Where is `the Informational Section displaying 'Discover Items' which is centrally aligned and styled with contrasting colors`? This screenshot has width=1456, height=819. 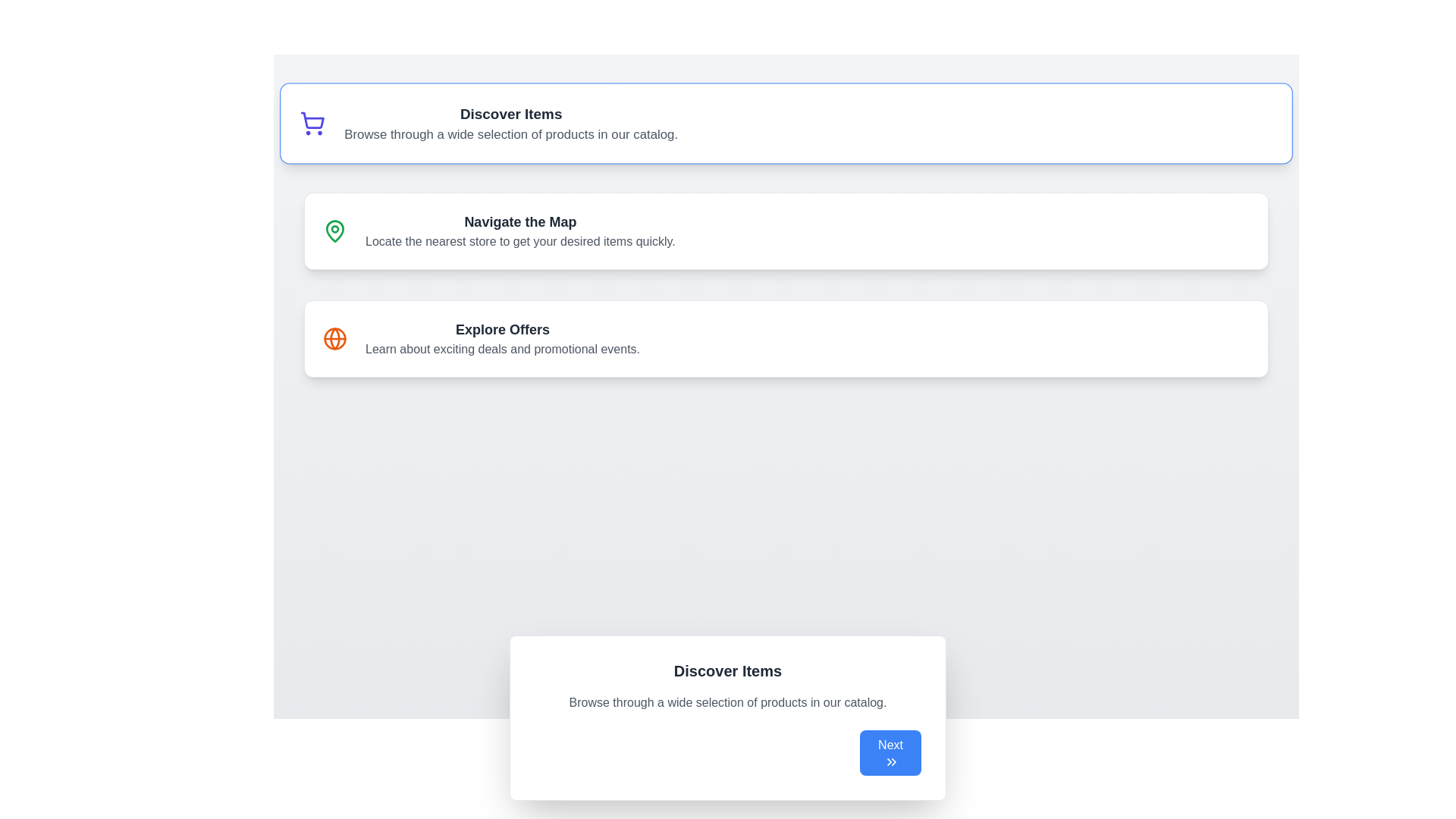 the Informational Section displaying 'Discover Items' which is centrally aligned and styled with contrasting colors is located at coordinates (511, 122).